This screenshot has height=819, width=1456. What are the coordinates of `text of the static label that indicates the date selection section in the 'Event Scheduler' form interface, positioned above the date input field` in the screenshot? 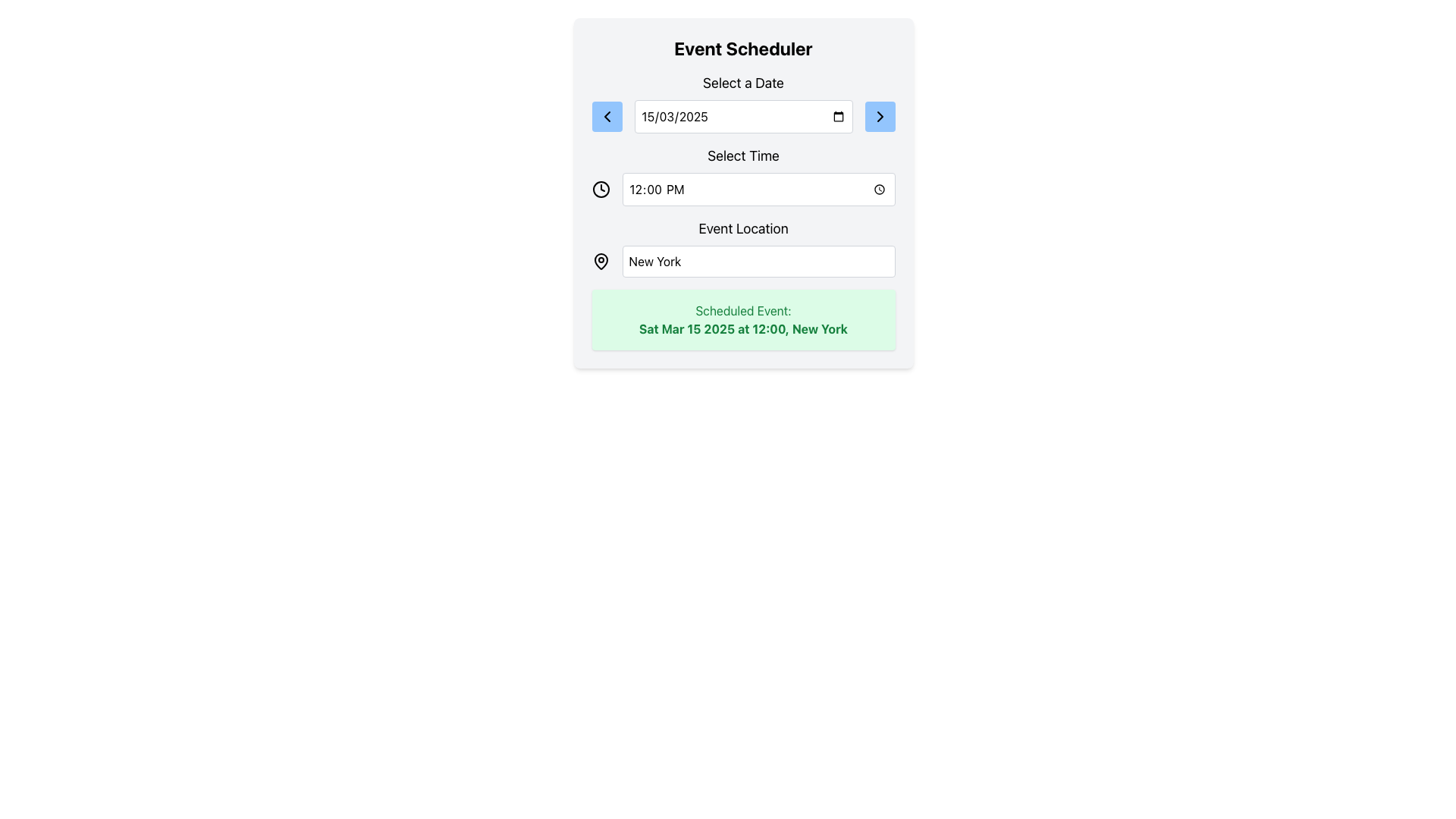 It's located at (743, 83).